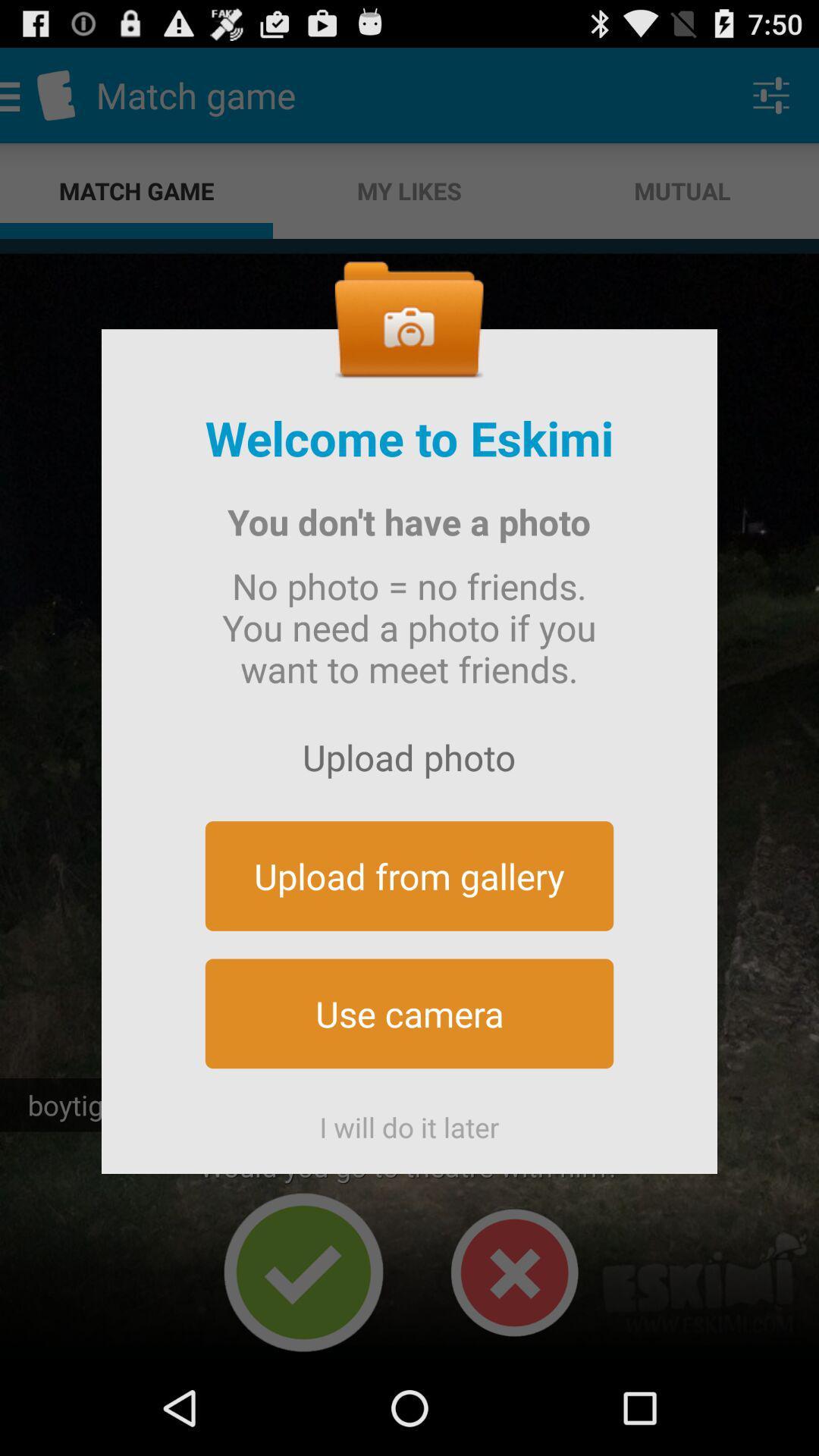  Describe the element at coordinates (409, 1121) in the screenshot. I see `the i will do item` at that location.